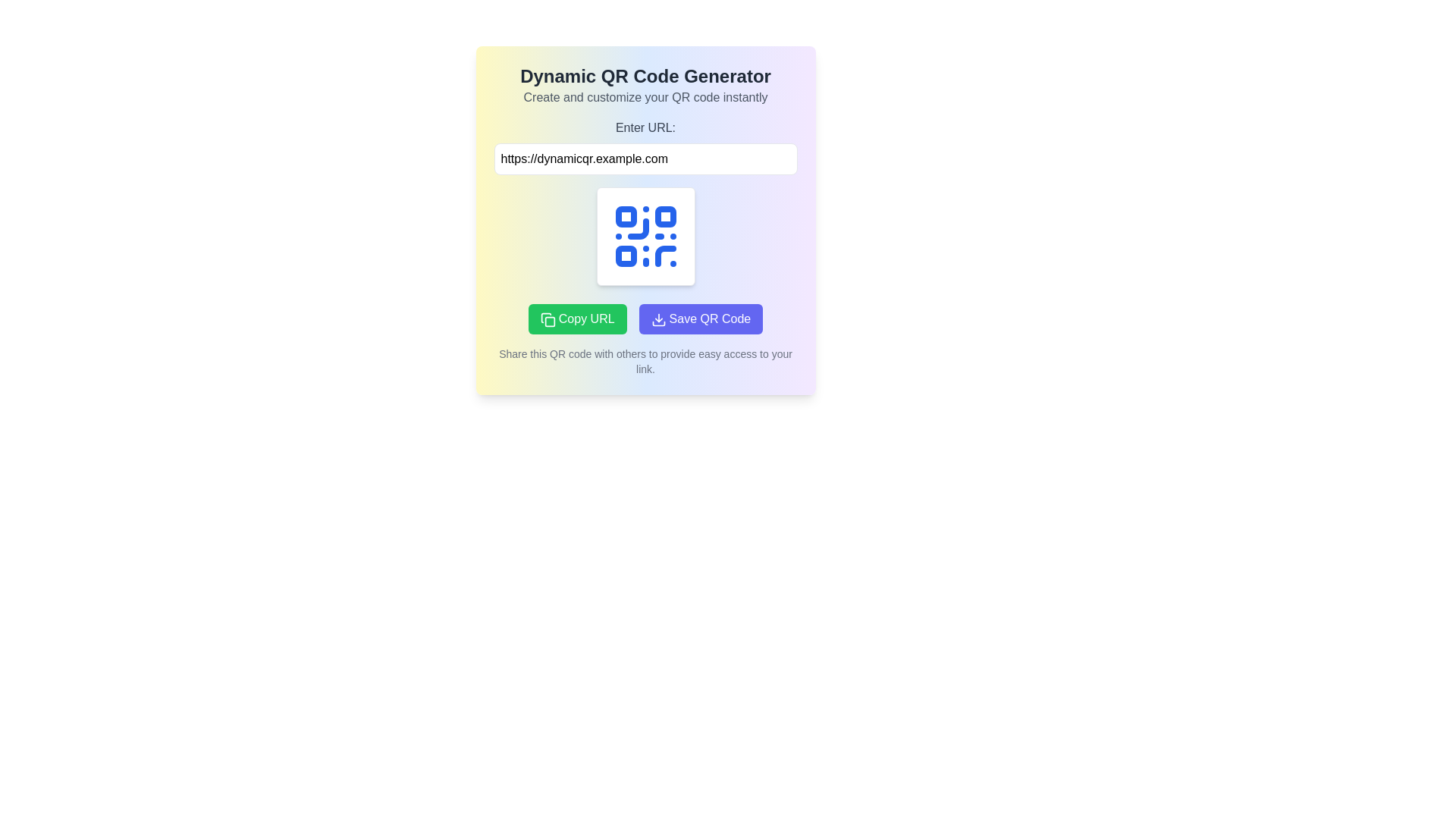 The image size is (1456, 819). What do you see at coordinates (626, 216) in the screenshot?
I see `the top-left graphical element within the QR code design, which contributes to the QR code's appearance and functionality` at bounding box center [626, 216].